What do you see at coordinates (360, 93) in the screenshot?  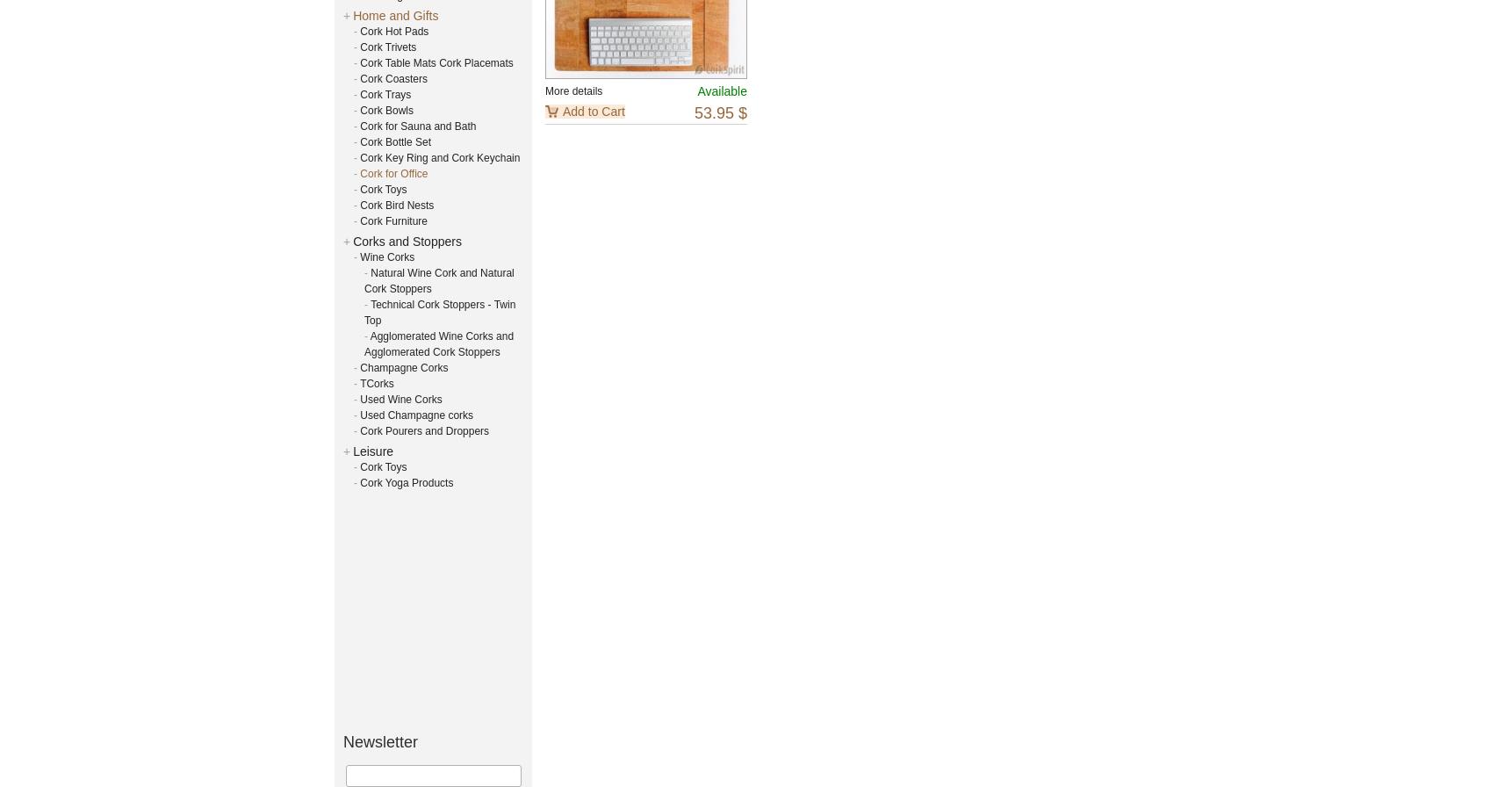 I see `'Cork Trays'` at bounding box center [360, 93].